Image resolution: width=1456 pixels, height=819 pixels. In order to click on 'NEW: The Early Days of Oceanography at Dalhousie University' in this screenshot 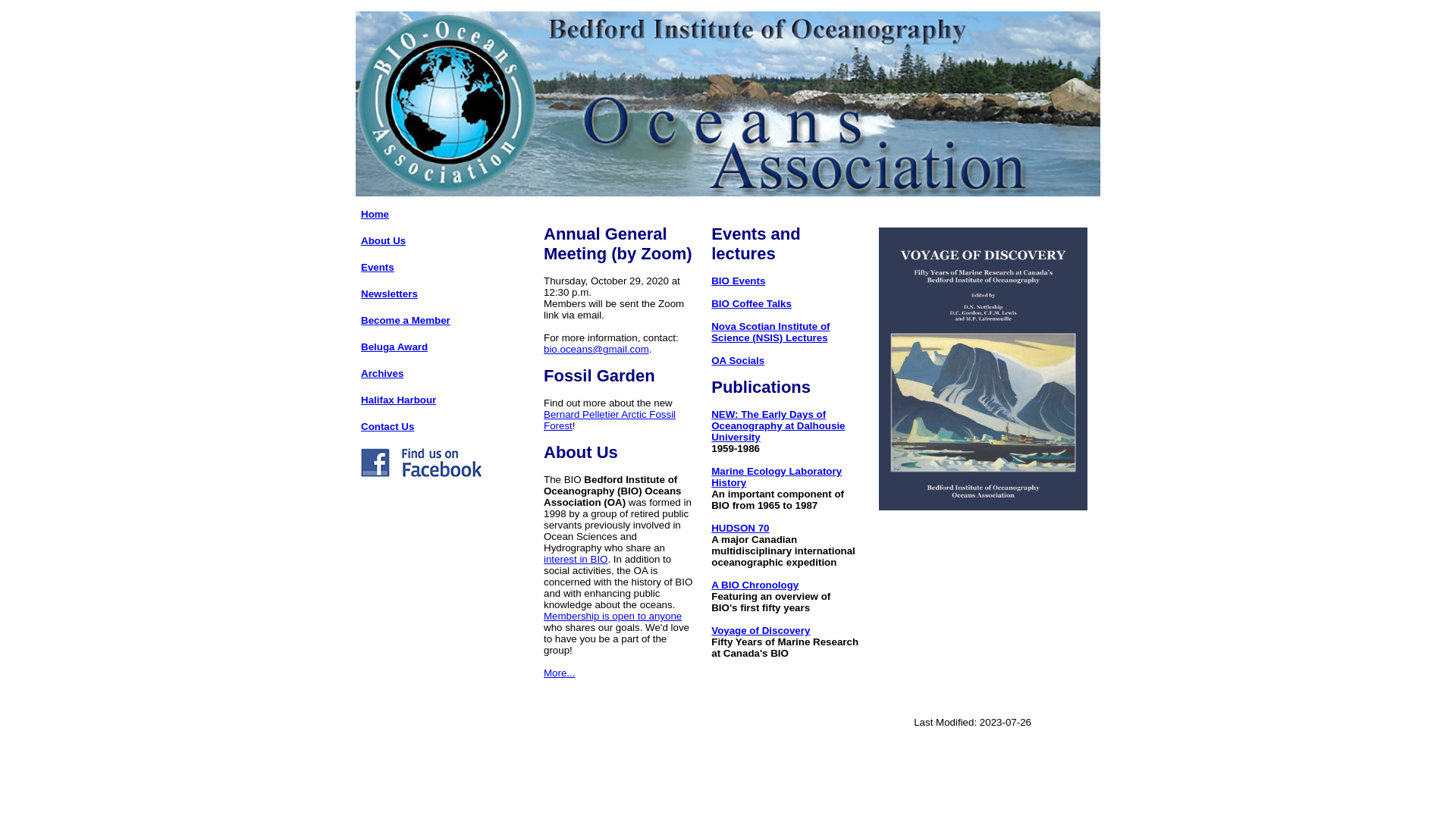, I will do `click(778, 425)`.